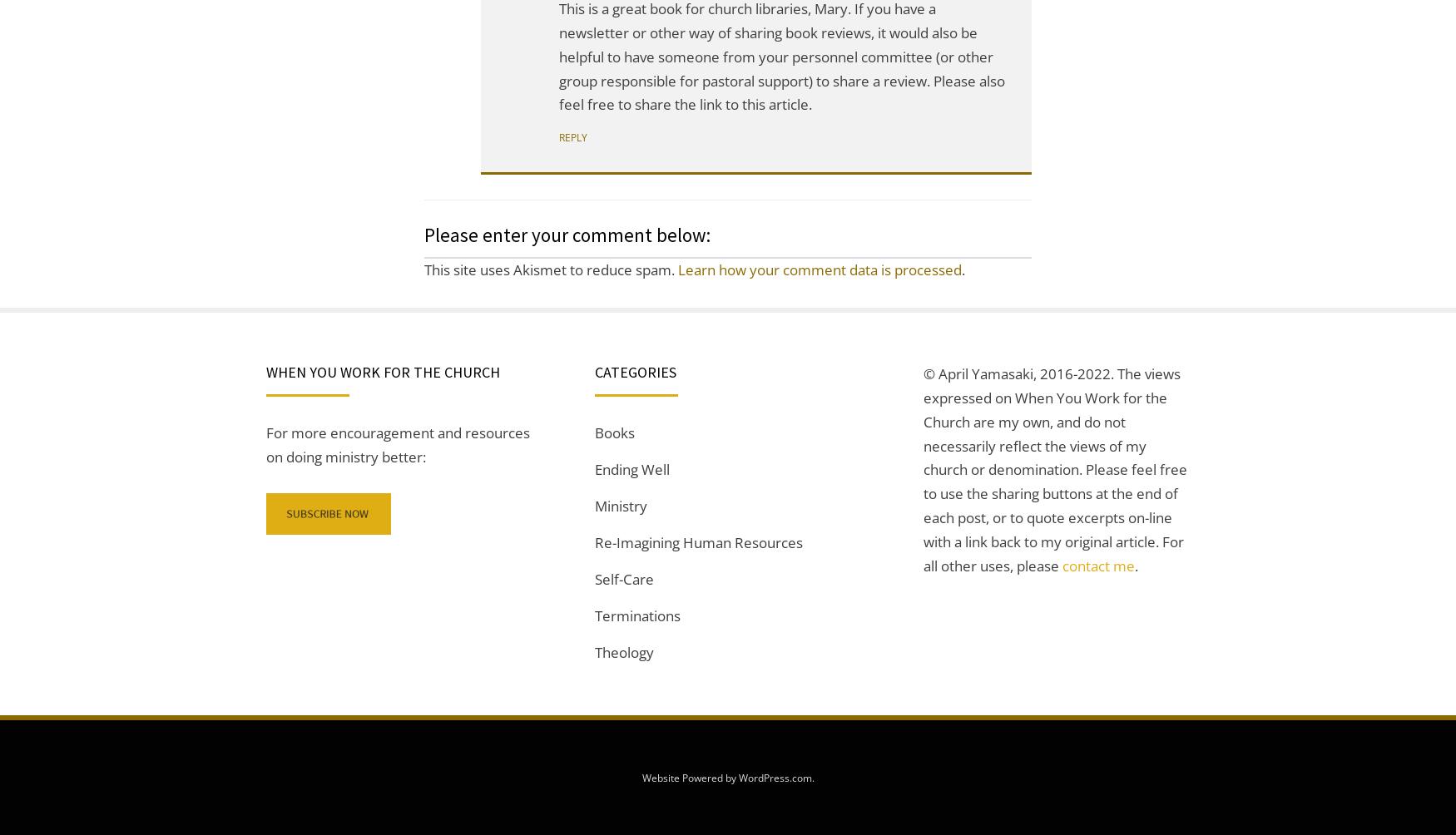 This screenshot has height=835, width=1456. Describe the element at coordinates (595, 432) in the screenshot. I see `'Books'` at that location.